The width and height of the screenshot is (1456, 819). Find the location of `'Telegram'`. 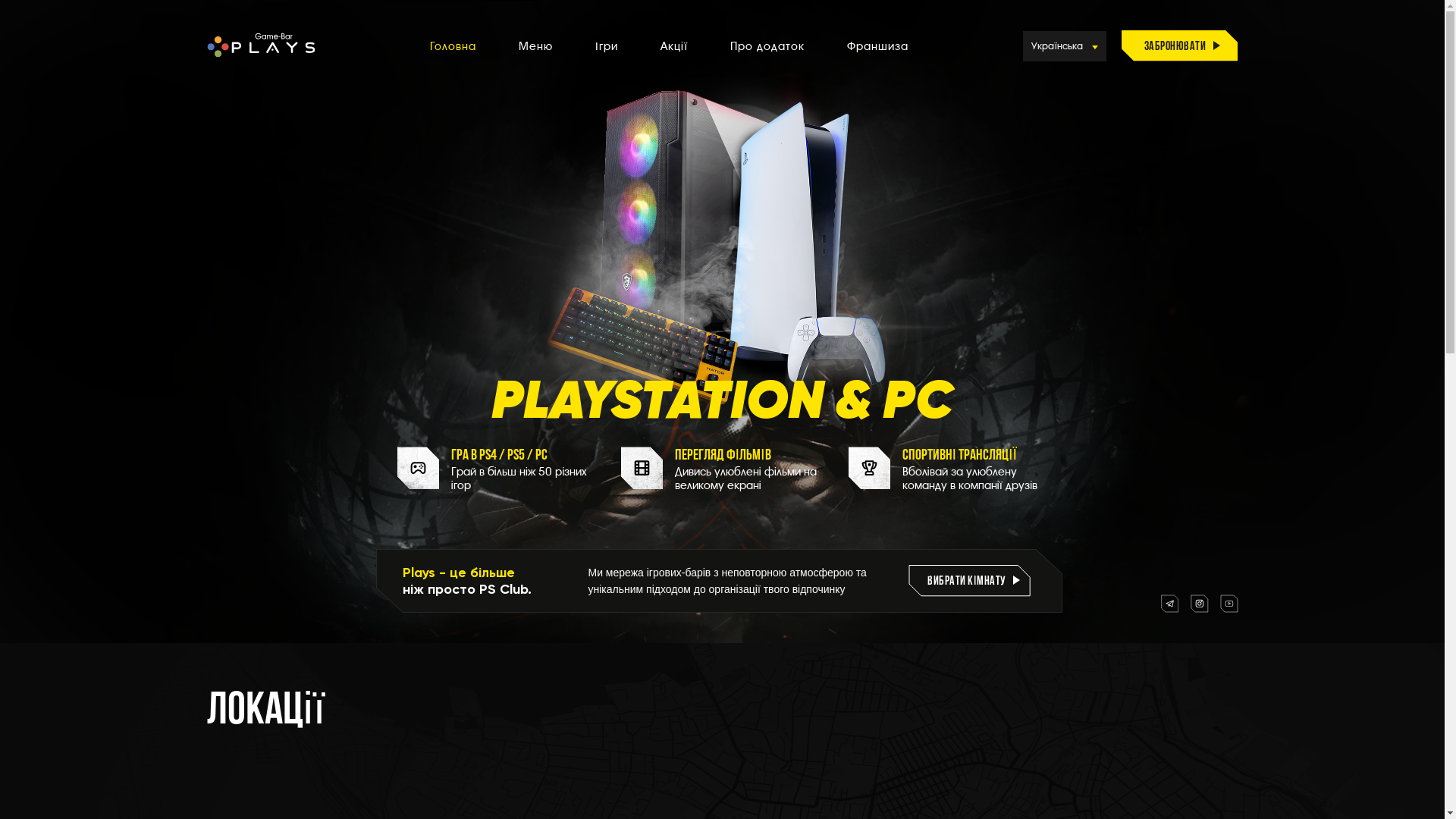

'Telegram' is located at coordinates (1159, 602).